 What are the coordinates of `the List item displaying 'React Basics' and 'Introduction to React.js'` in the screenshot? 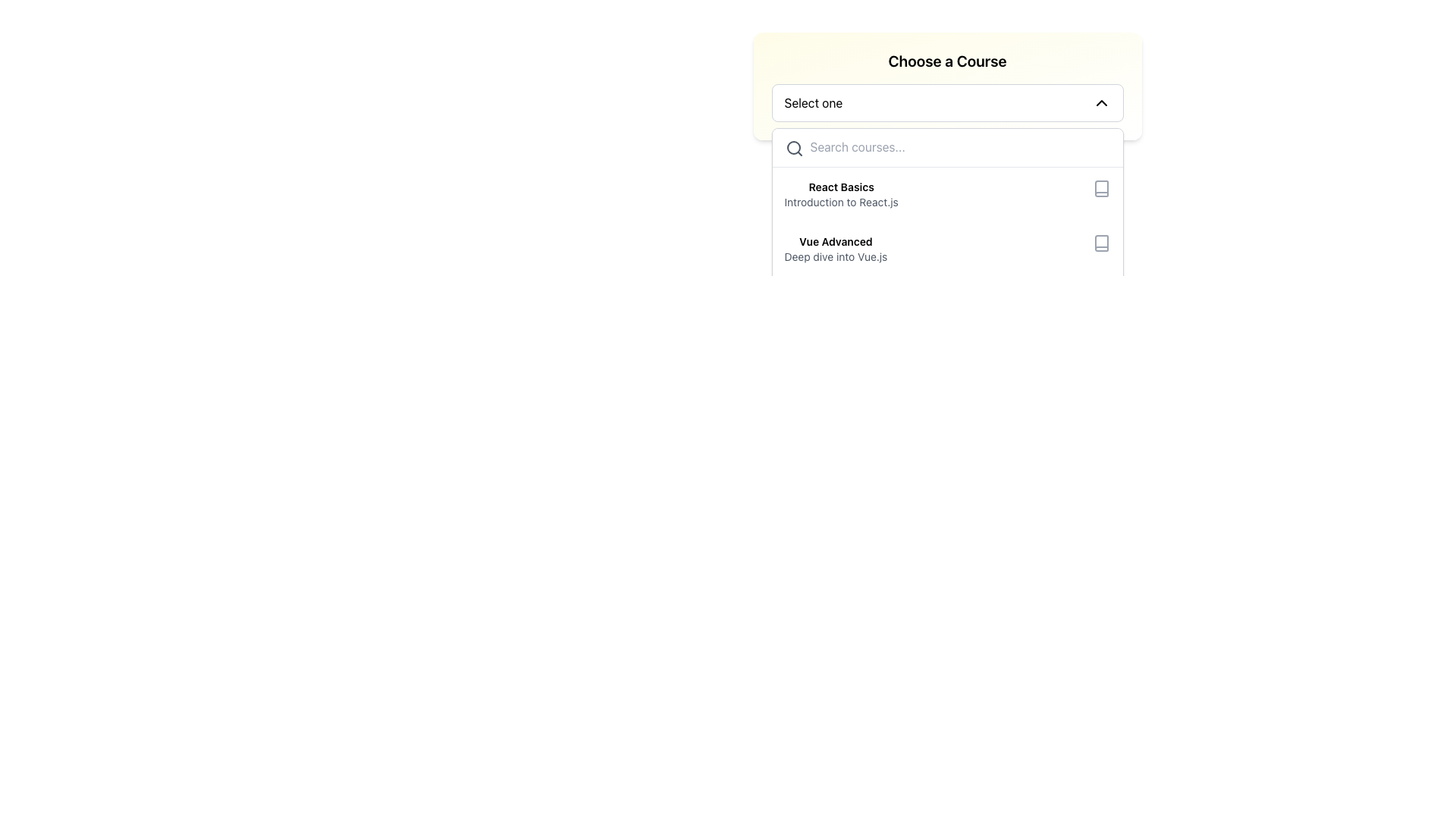 It's located at (840, 193).